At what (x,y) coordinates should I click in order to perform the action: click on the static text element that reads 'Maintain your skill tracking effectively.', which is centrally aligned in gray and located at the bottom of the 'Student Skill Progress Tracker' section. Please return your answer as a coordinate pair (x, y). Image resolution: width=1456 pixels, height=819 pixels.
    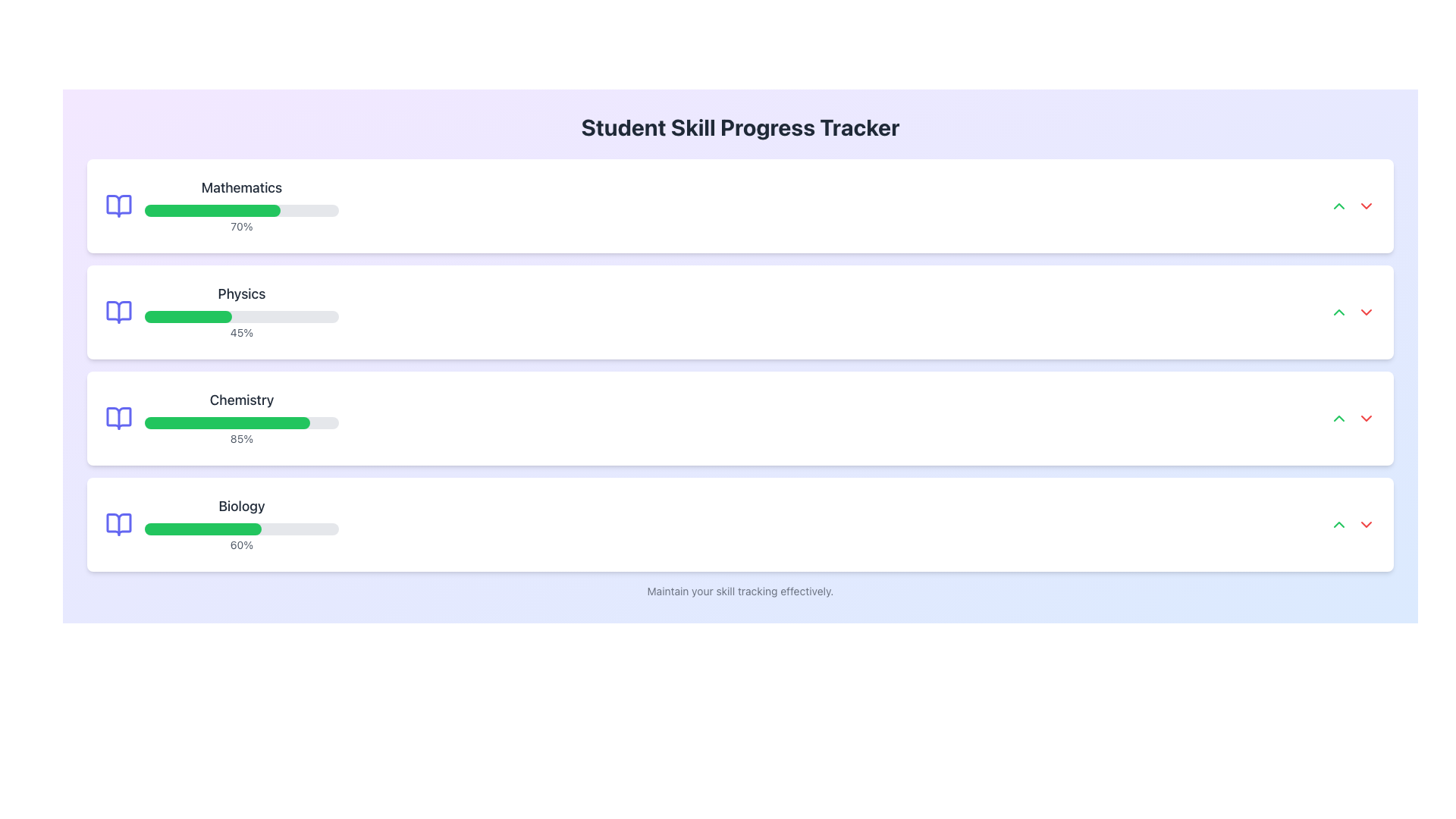
    Looking at the image, I should click on (740, 590).